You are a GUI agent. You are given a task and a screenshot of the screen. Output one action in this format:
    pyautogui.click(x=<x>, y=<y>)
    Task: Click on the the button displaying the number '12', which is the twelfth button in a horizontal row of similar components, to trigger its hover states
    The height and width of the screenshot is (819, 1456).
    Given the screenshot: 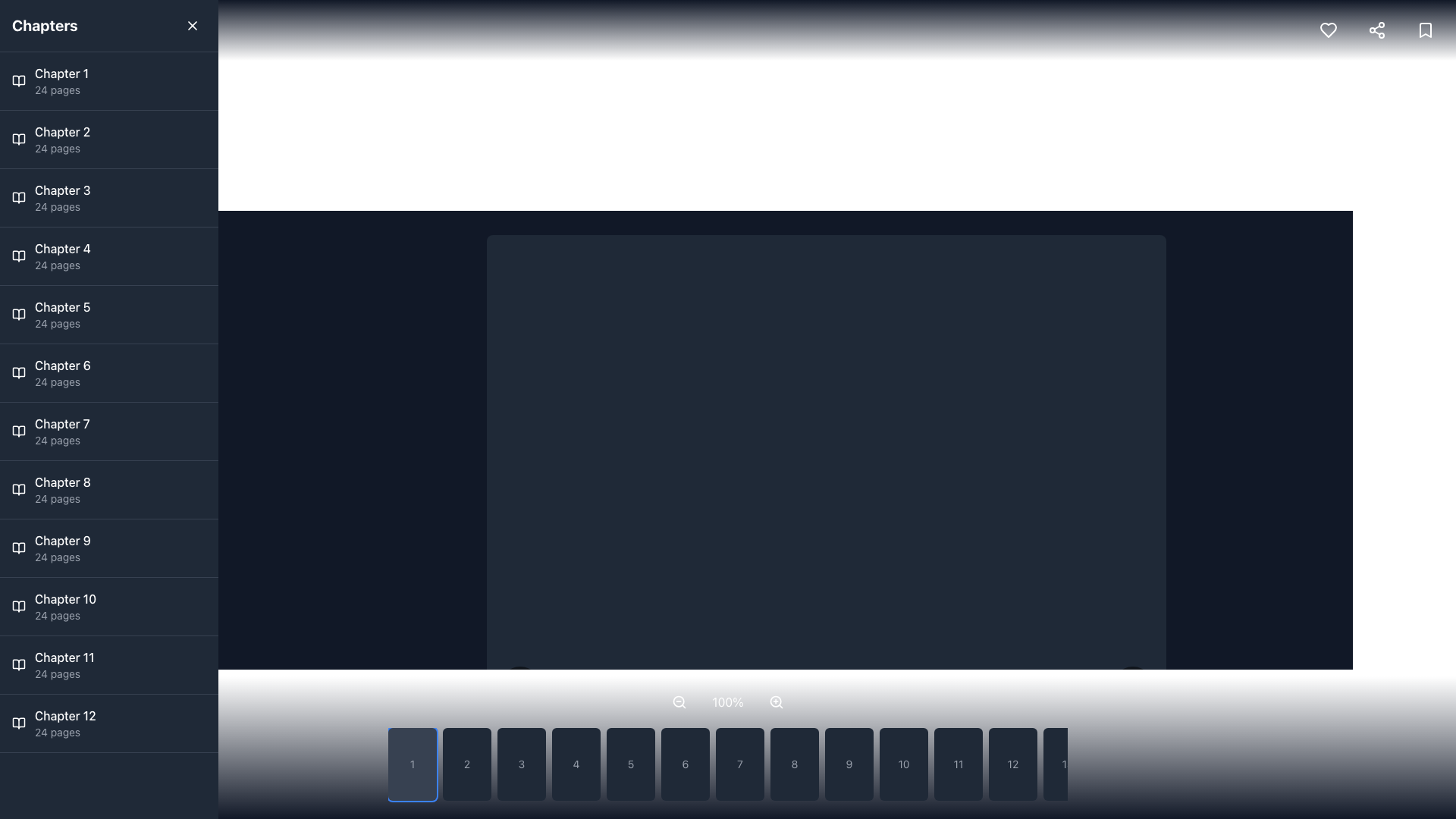 What is the action you would take?
    pyautogui.click(x=1012, y=764)
    